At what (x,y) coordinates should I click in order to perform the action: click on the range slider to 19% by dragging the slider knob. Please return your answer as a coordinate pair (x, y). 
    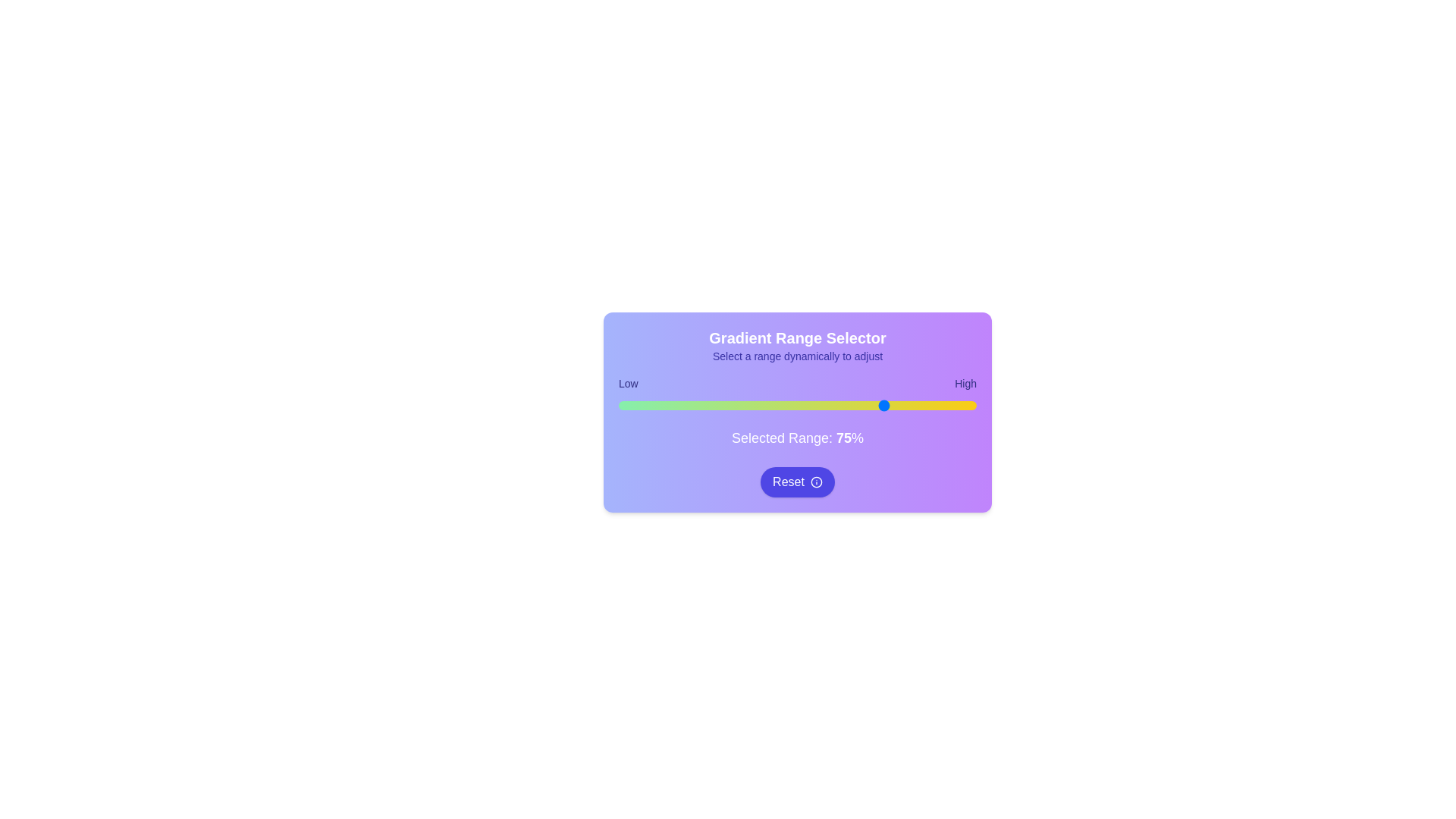
    Looking at the image, I should click on (686, 405).